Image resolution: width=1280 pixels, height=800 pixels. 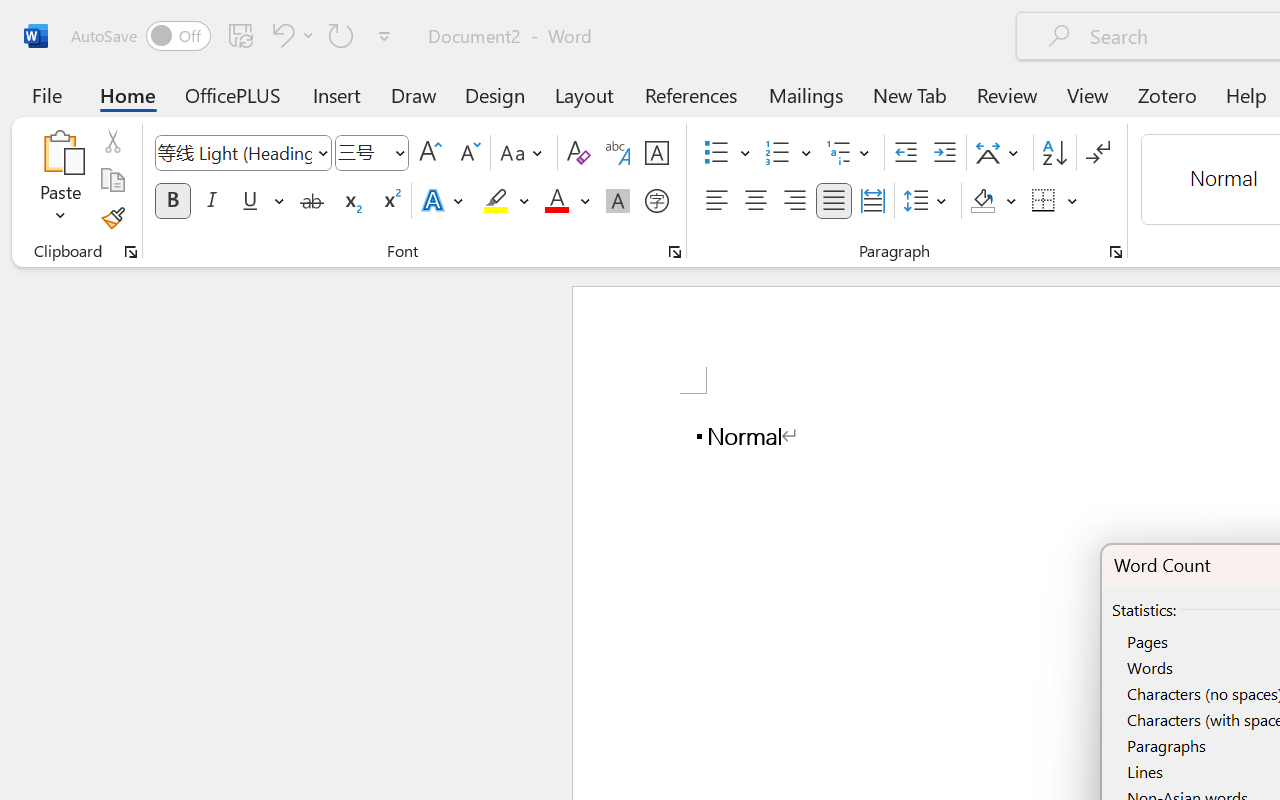 What do you see at coordinates (850, 153) in the screenshot?
I see `'Multilevel List'` at bounding box center [850, 153].